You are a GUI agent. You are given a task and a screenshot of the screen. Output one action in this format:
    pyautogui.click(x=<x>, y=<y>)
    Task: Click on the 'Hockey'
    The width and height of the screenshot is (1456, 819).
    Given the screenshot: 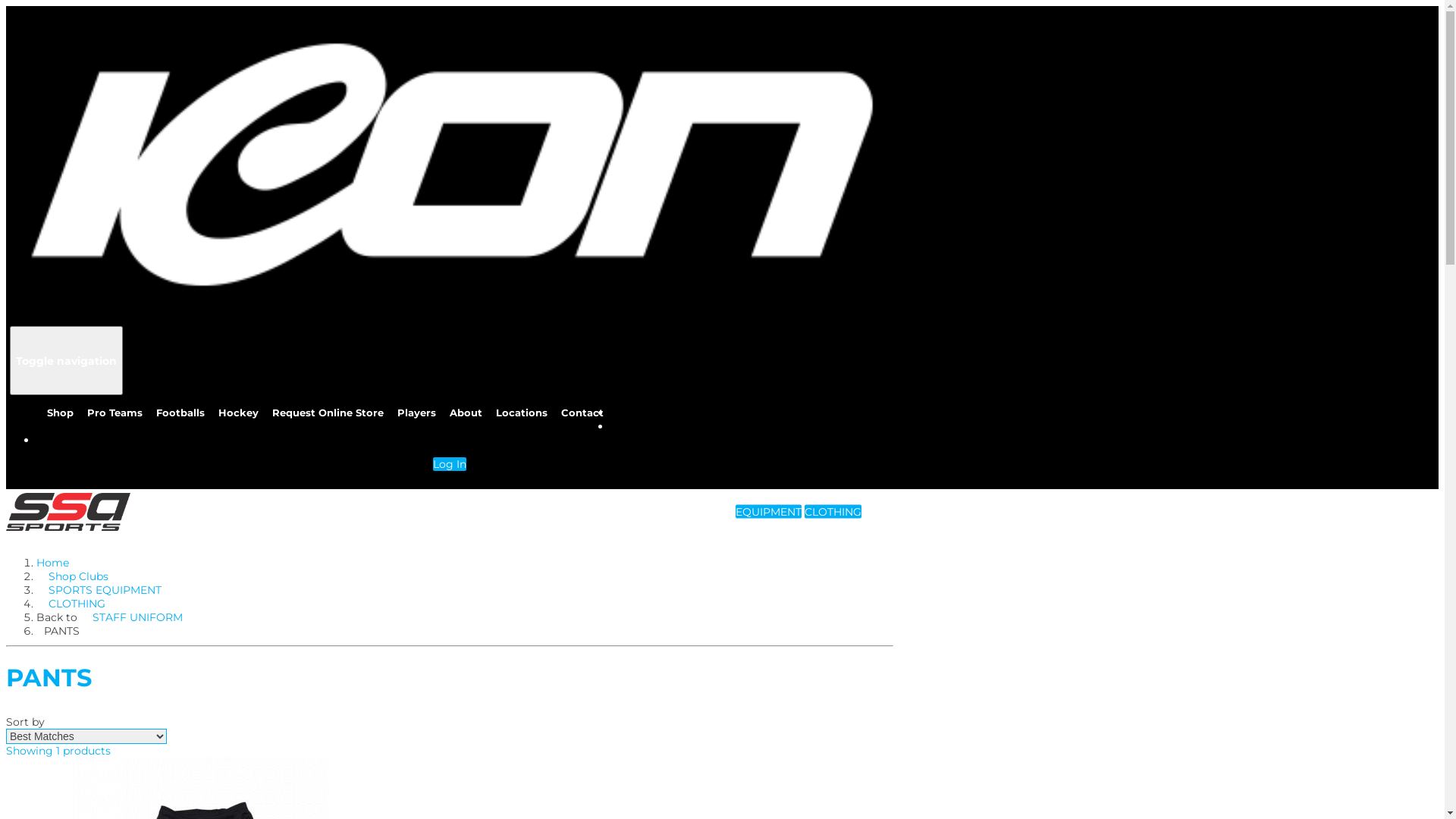 What is the action you would take?
    pyautogui.click(x=237, y=414)
    